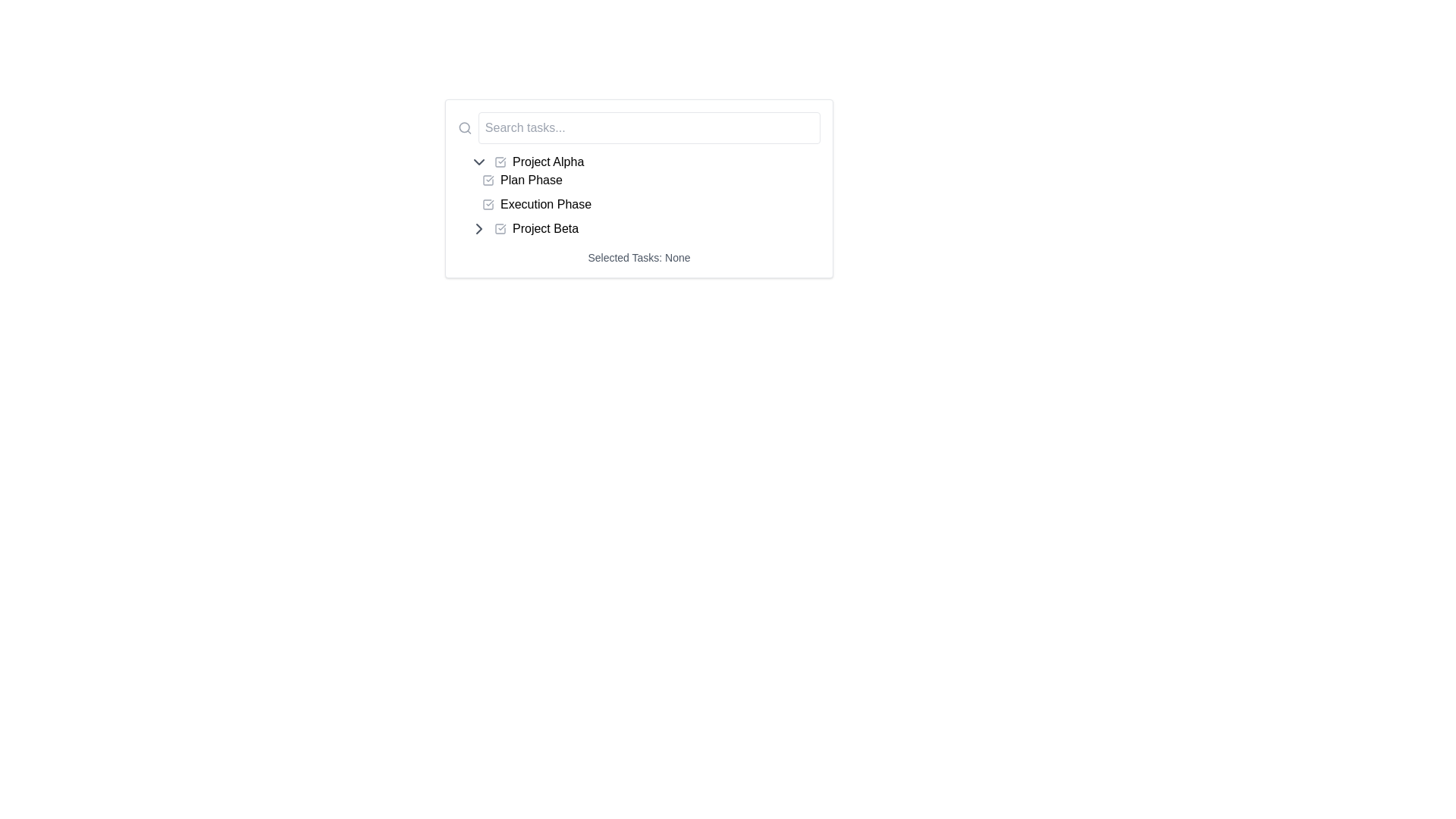  I want to click on the checkbox located to the left of the text 'Project Beta' in the item list, so click(500, 228).